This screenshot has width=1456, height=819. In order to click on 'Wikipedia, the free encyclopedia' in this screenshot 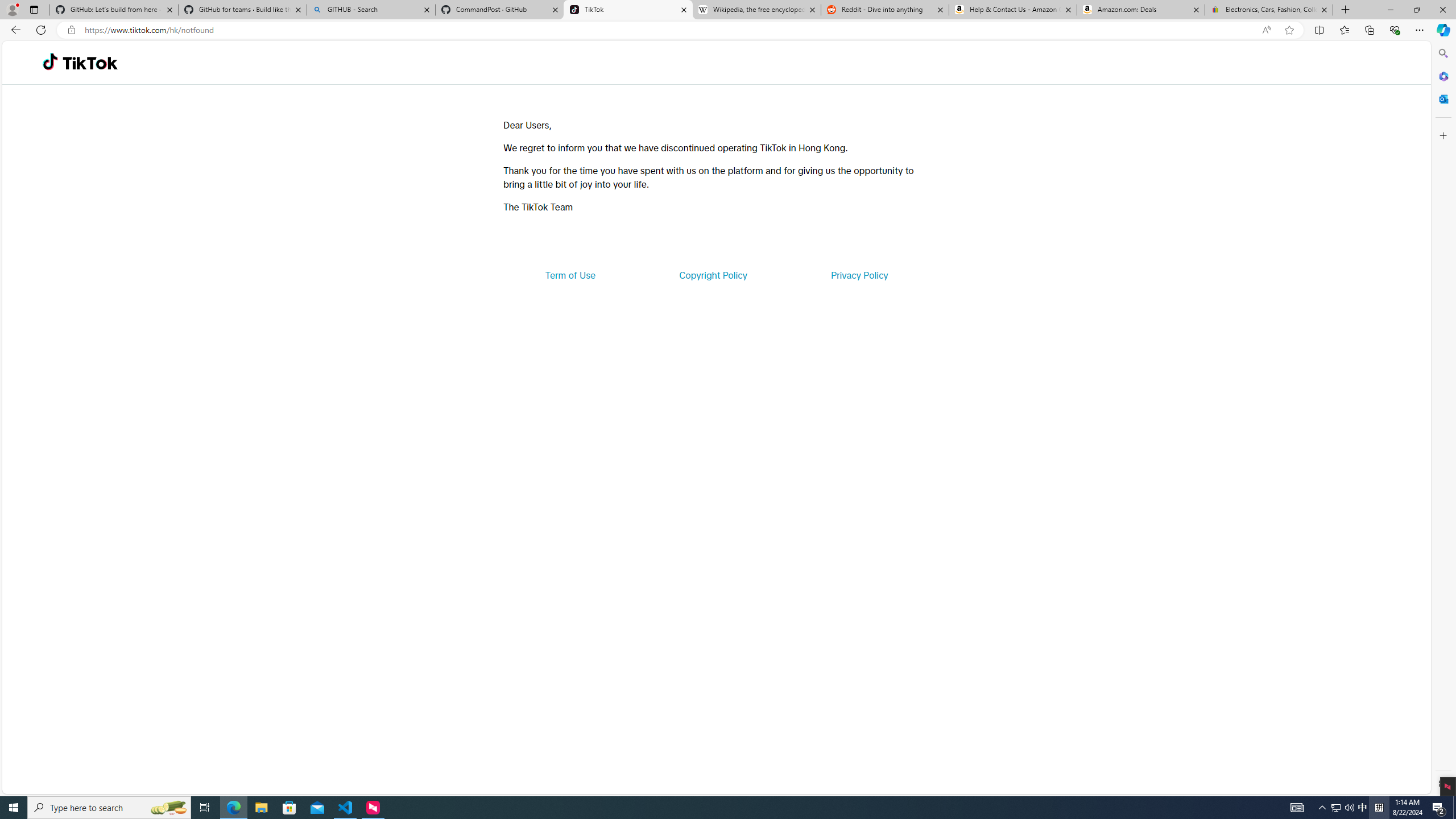, I will do `click(755, 9)`.